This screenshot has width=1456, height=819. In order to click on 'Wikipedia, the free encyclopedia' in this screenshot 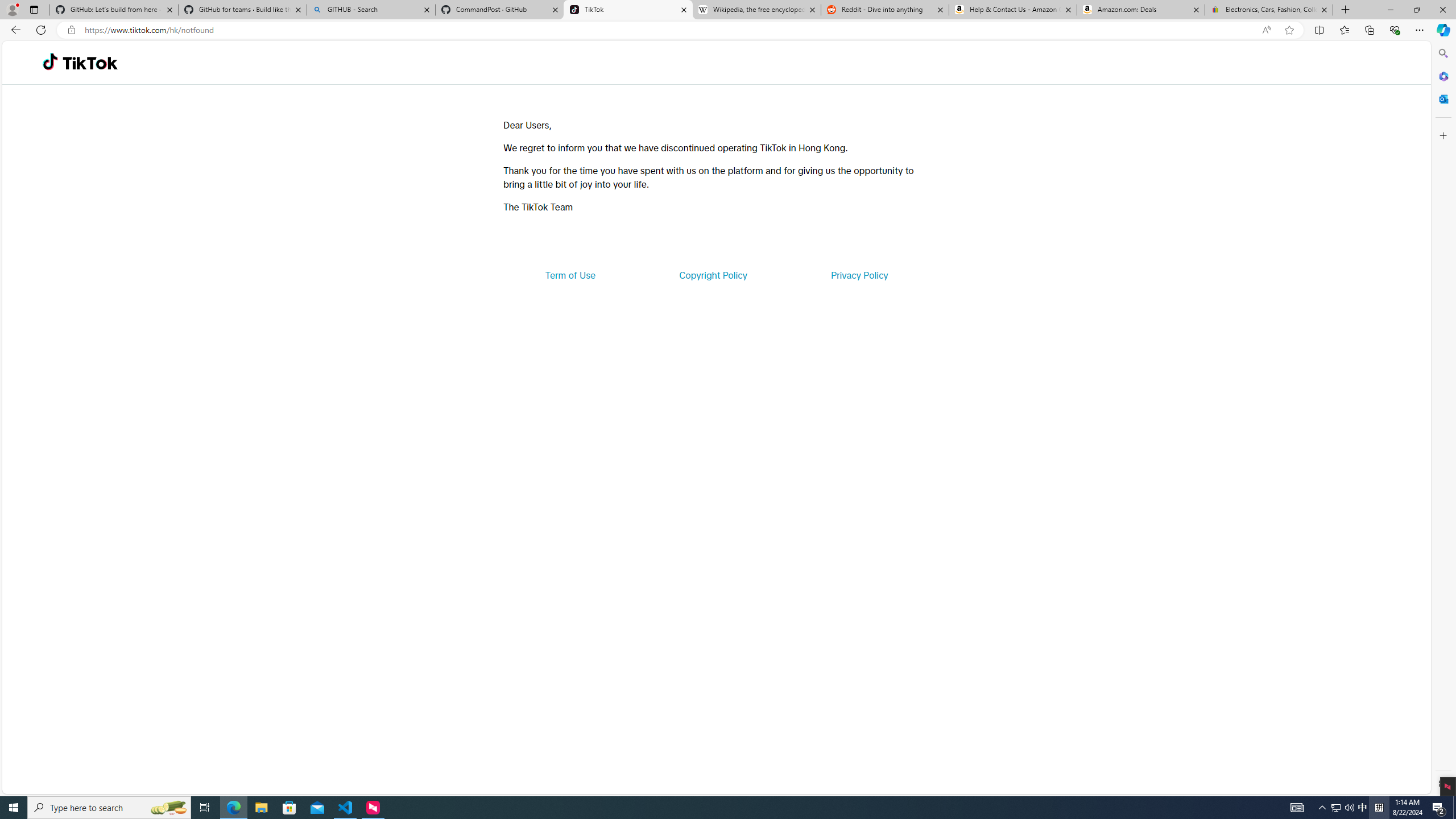, I will do `click(755, 9)`.